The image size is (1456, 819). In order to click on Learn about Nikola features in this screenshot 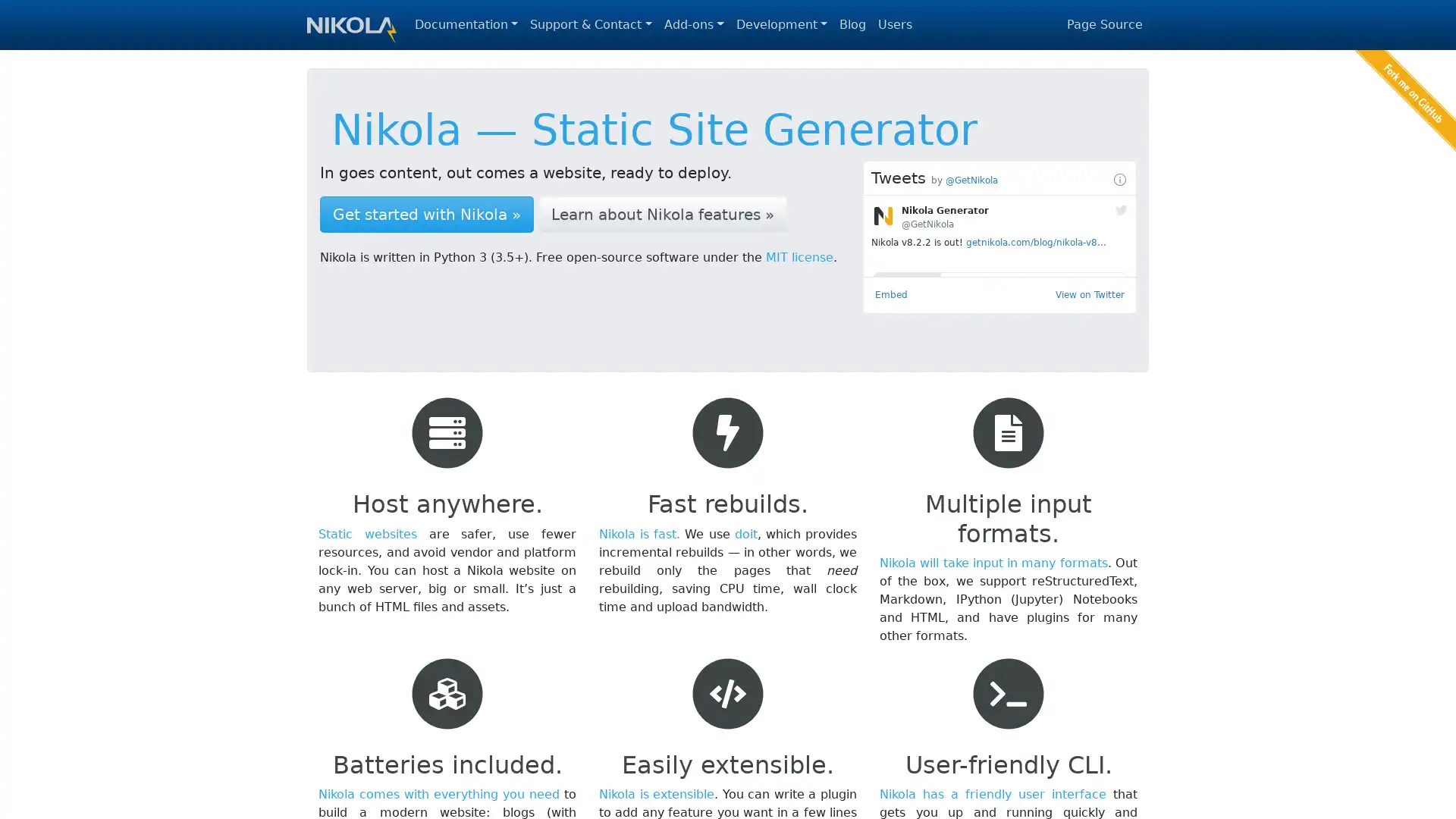, I will do `click(662, 214)`.